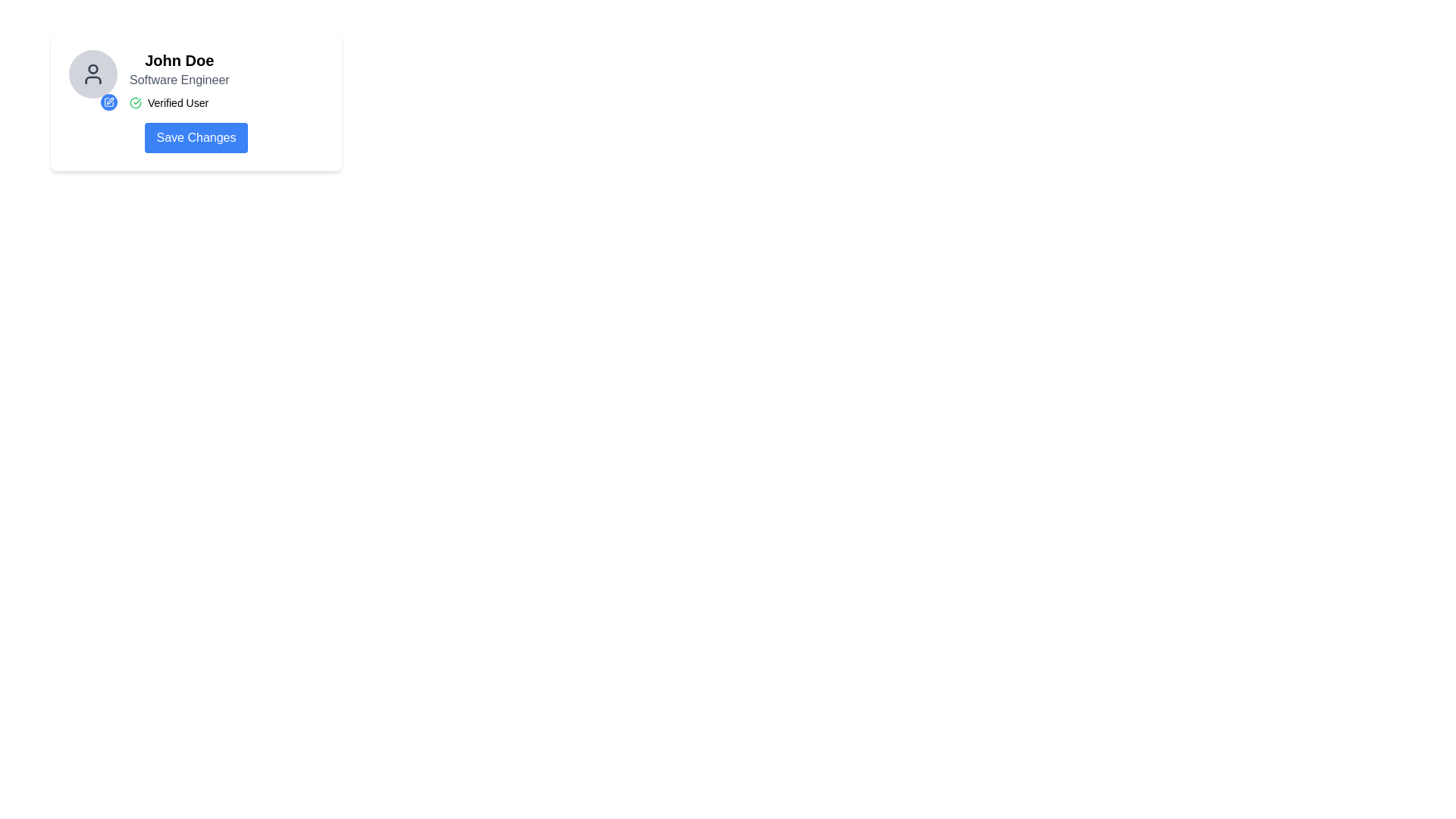  What do you see at coordinates (108, 102) in the screenshot?
I see `the edit button located at the bottom-right of the user's avatar image` at bounding box center [108, 102].